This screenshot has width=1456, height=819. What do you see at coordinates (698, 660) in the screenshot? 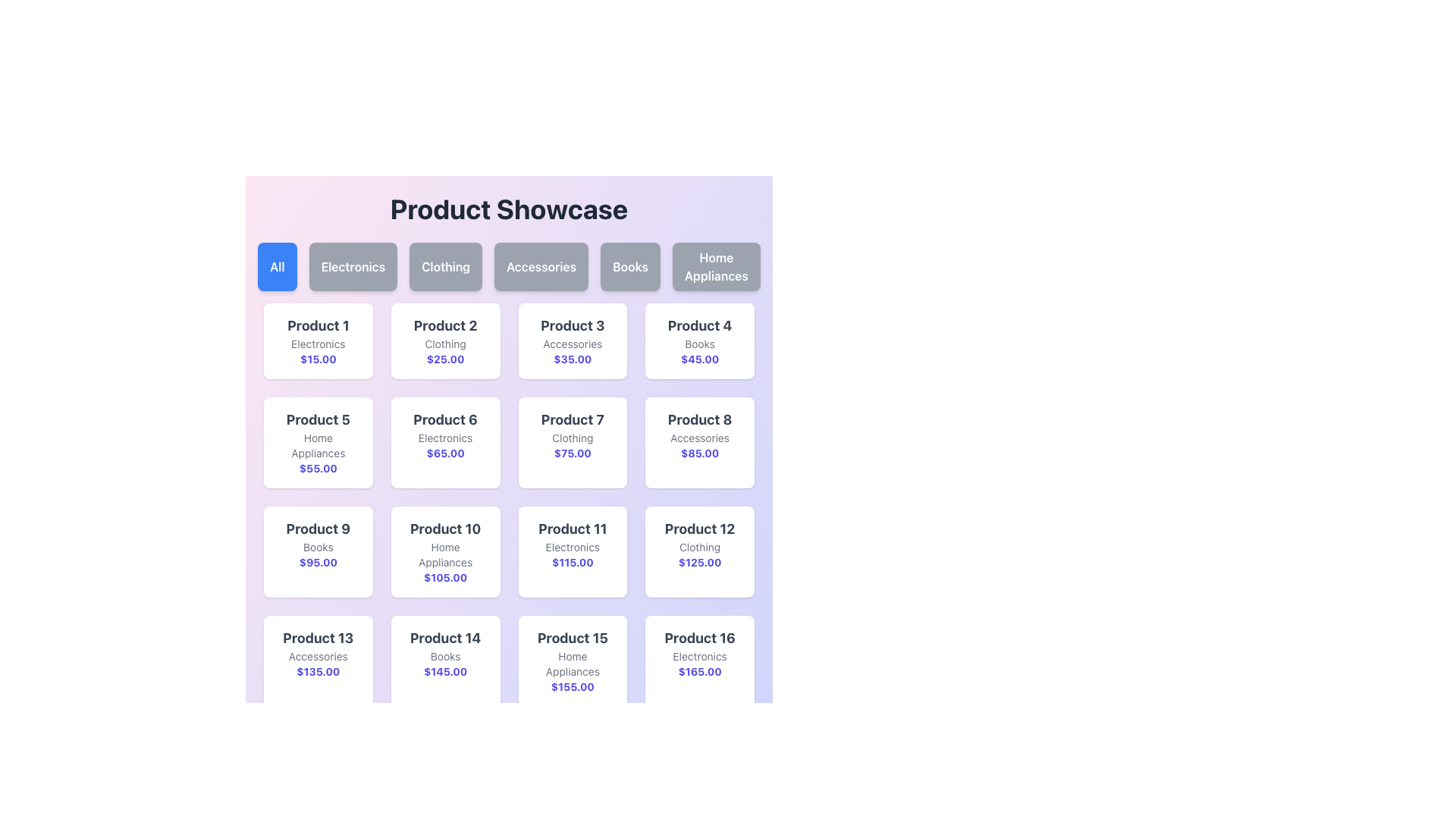
I see `the product card for 'Product 16' in the fourth column of the fourth row` at bounding box center [698, 660].